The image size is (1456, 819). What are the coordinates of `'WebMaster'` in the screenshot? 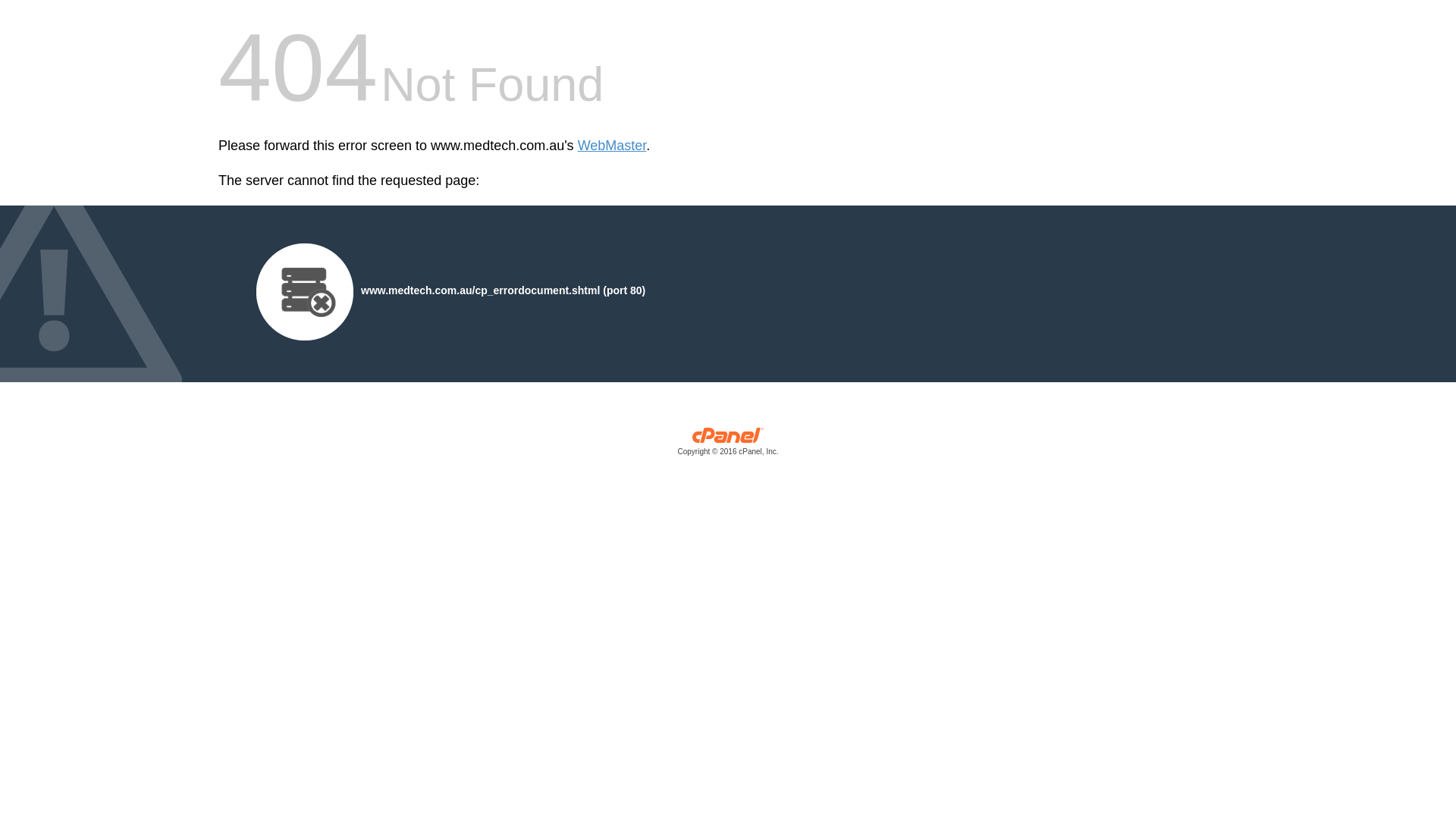 It's located at (577, 146).